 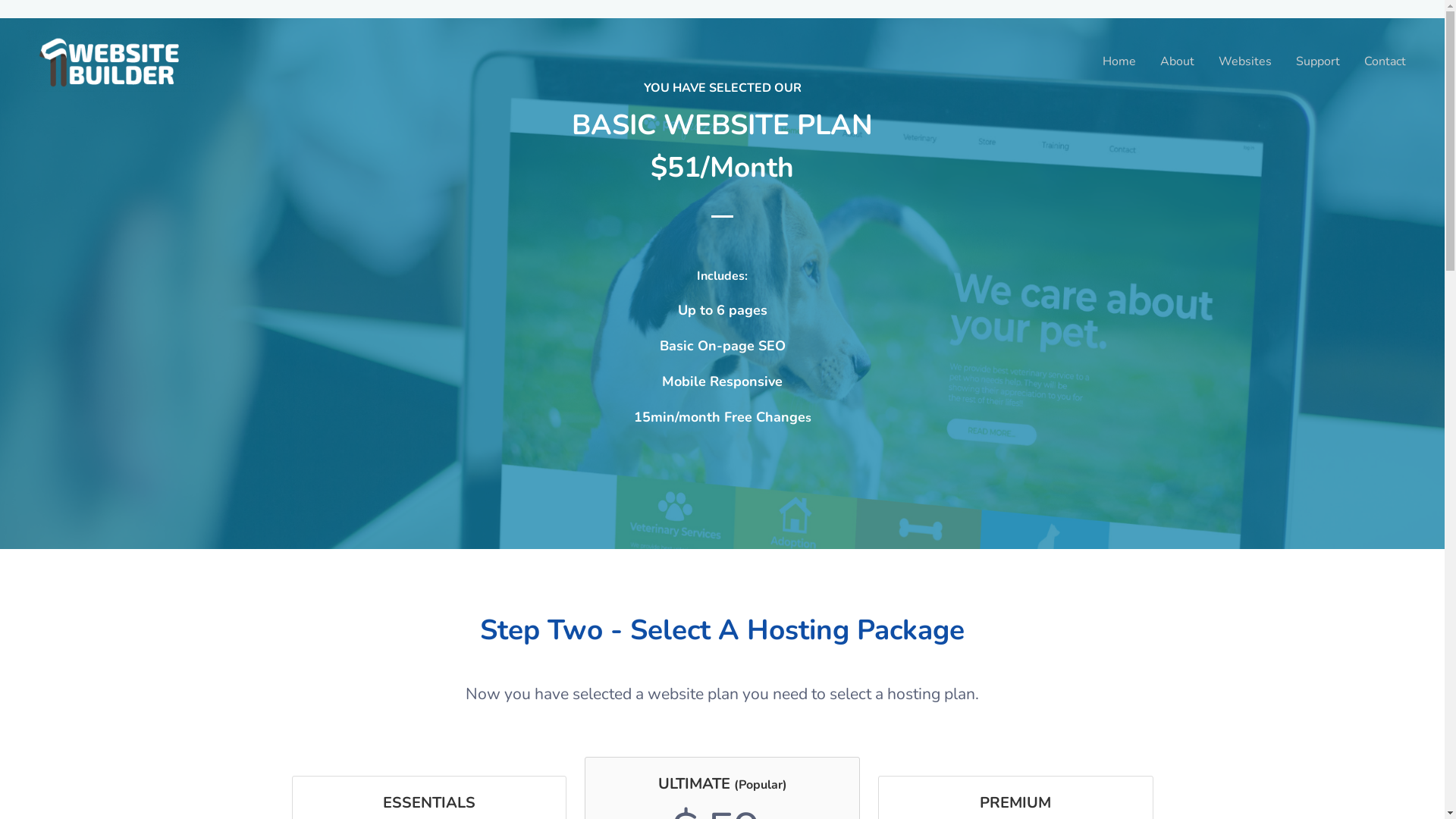 I want to click on 'Websites', so click(x=1244, y=60).